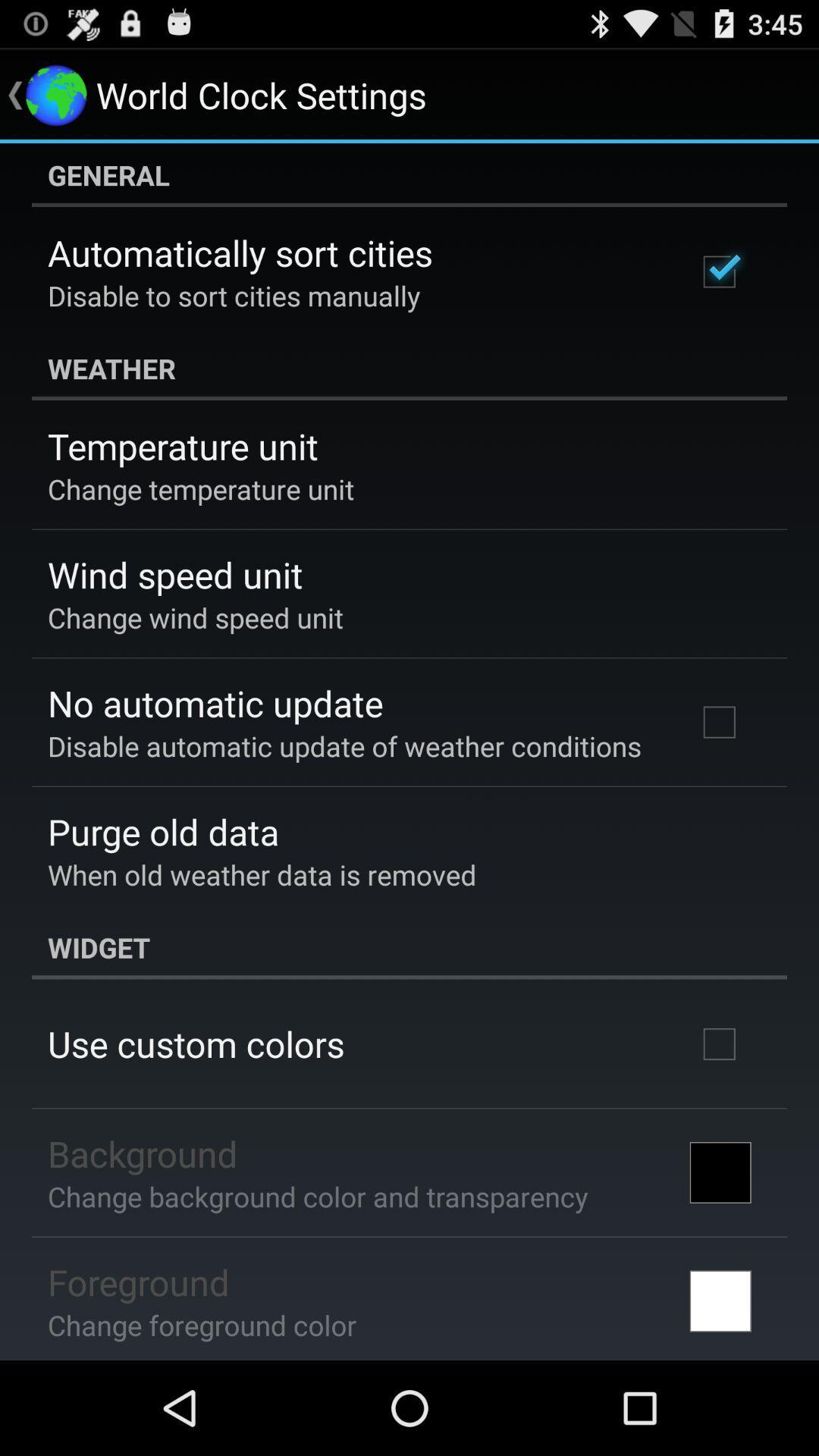  I want to click on app above widget app, so click(261, 874).